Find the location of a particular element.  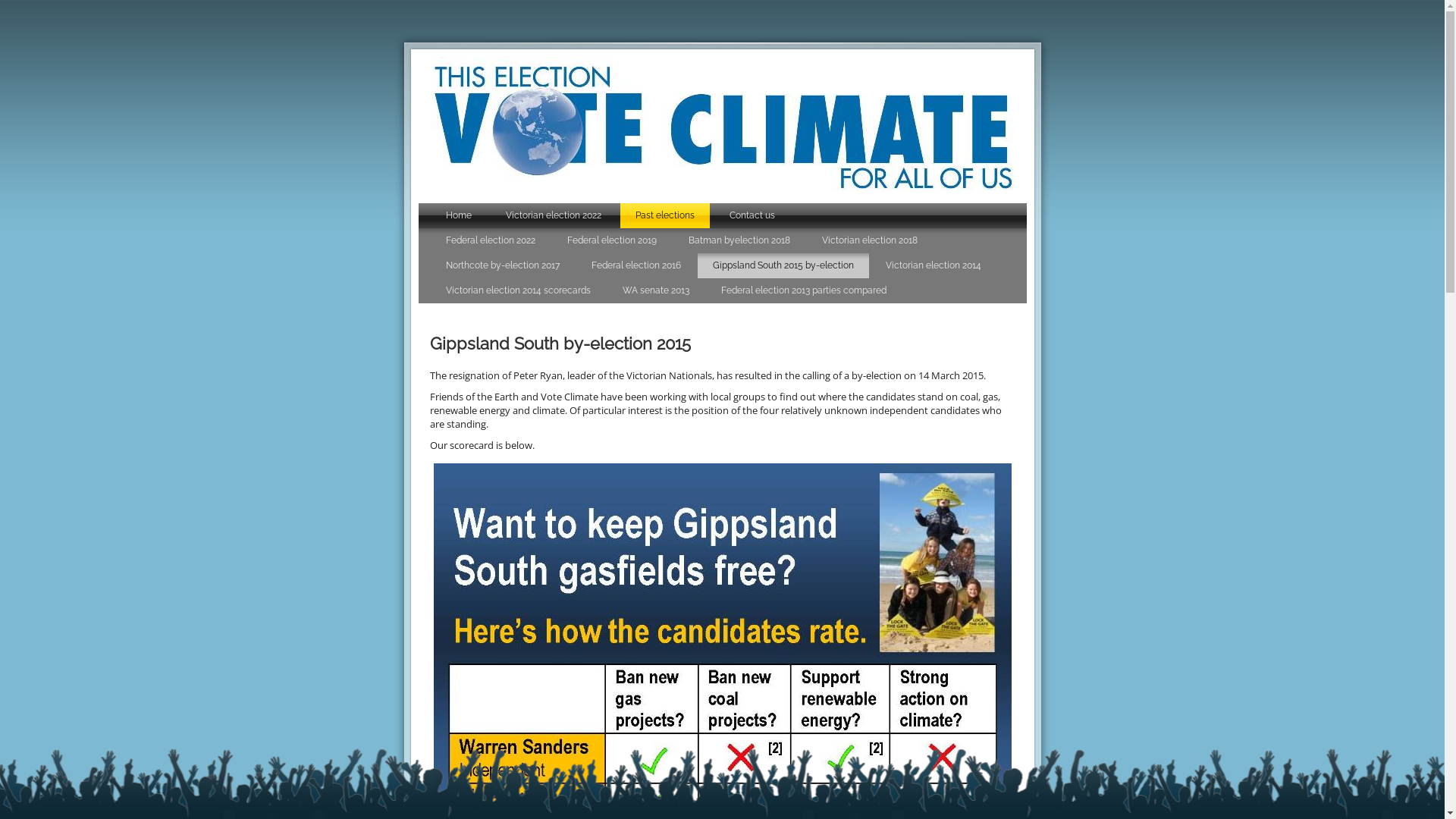

'Federal election 2022' is located at coordinates (491, 240).